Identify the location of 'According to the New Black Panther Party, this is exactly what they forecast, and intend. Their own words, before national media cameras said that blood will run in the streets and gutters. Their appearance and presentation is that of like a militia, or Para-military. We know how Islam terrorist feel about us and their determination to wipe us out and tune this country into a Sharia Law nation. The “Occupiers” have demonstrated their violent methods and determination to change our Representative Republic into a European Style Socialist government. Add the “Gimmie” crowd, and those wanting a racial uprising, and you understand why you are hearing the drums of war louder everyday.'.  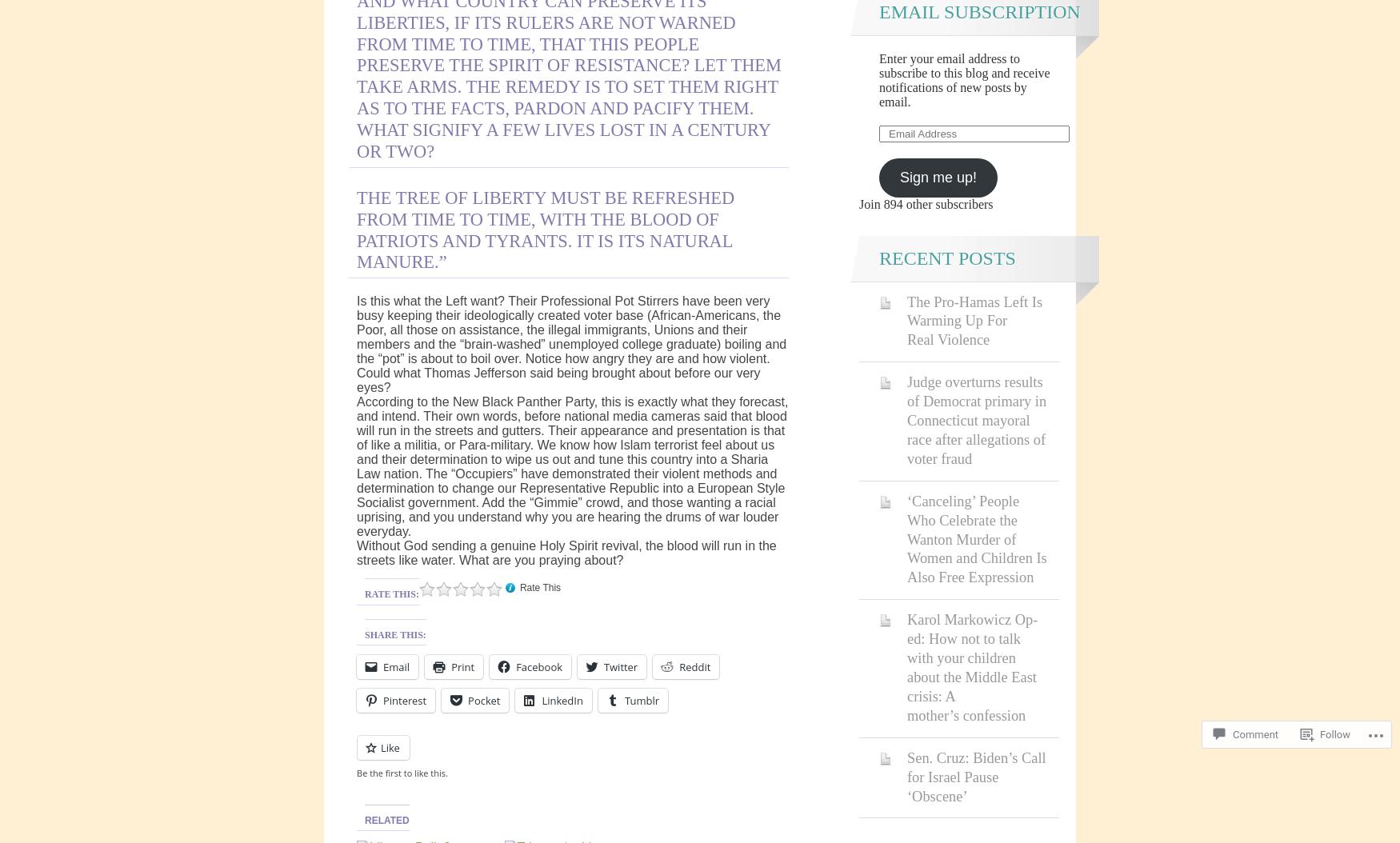
(357, 465).